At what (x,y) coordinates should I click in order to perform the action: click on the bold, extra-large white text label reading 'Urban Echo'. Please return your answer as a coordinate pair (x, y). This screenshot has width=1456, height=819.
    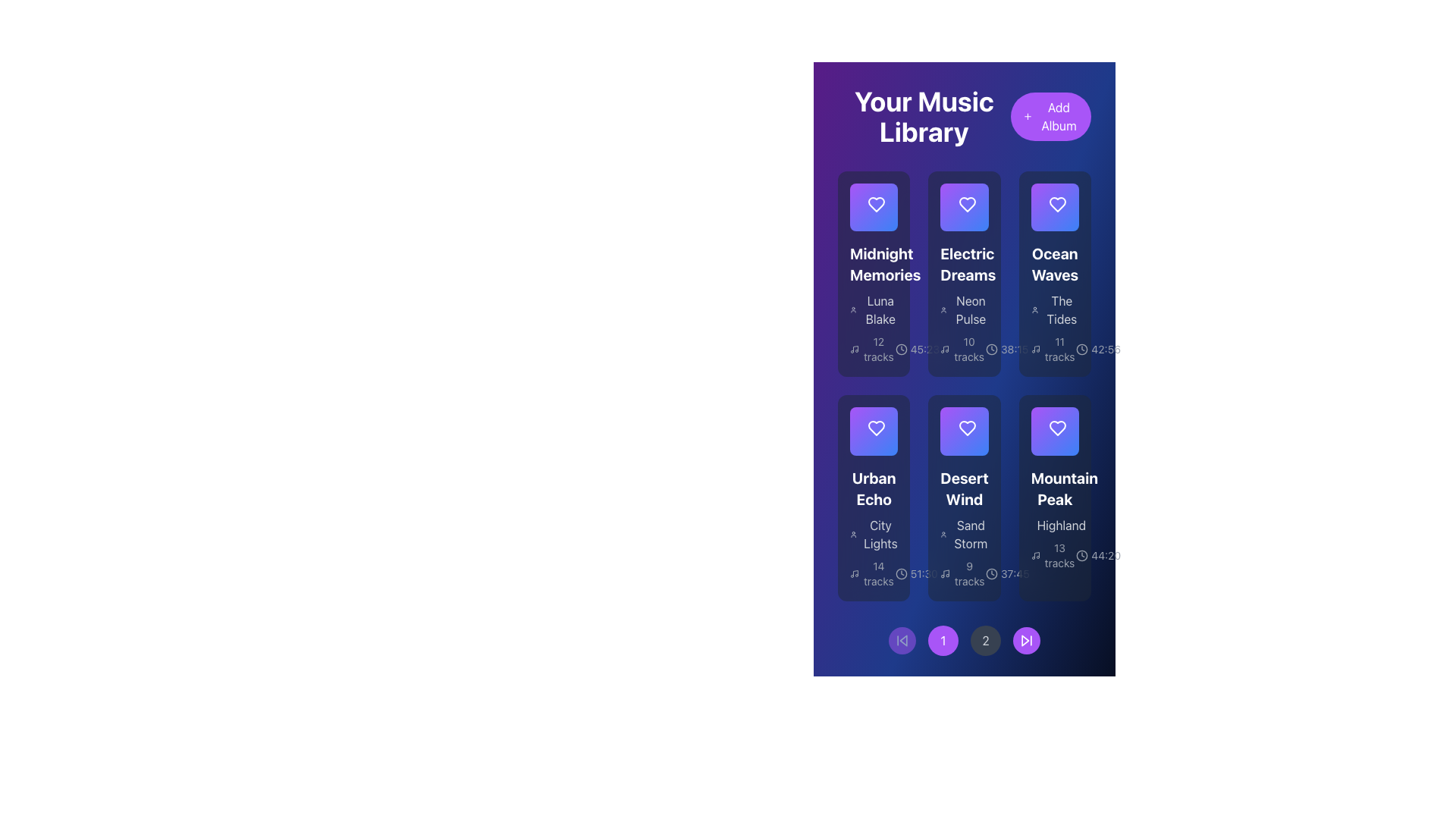
    Looking at the image, I should click on (874, 488).